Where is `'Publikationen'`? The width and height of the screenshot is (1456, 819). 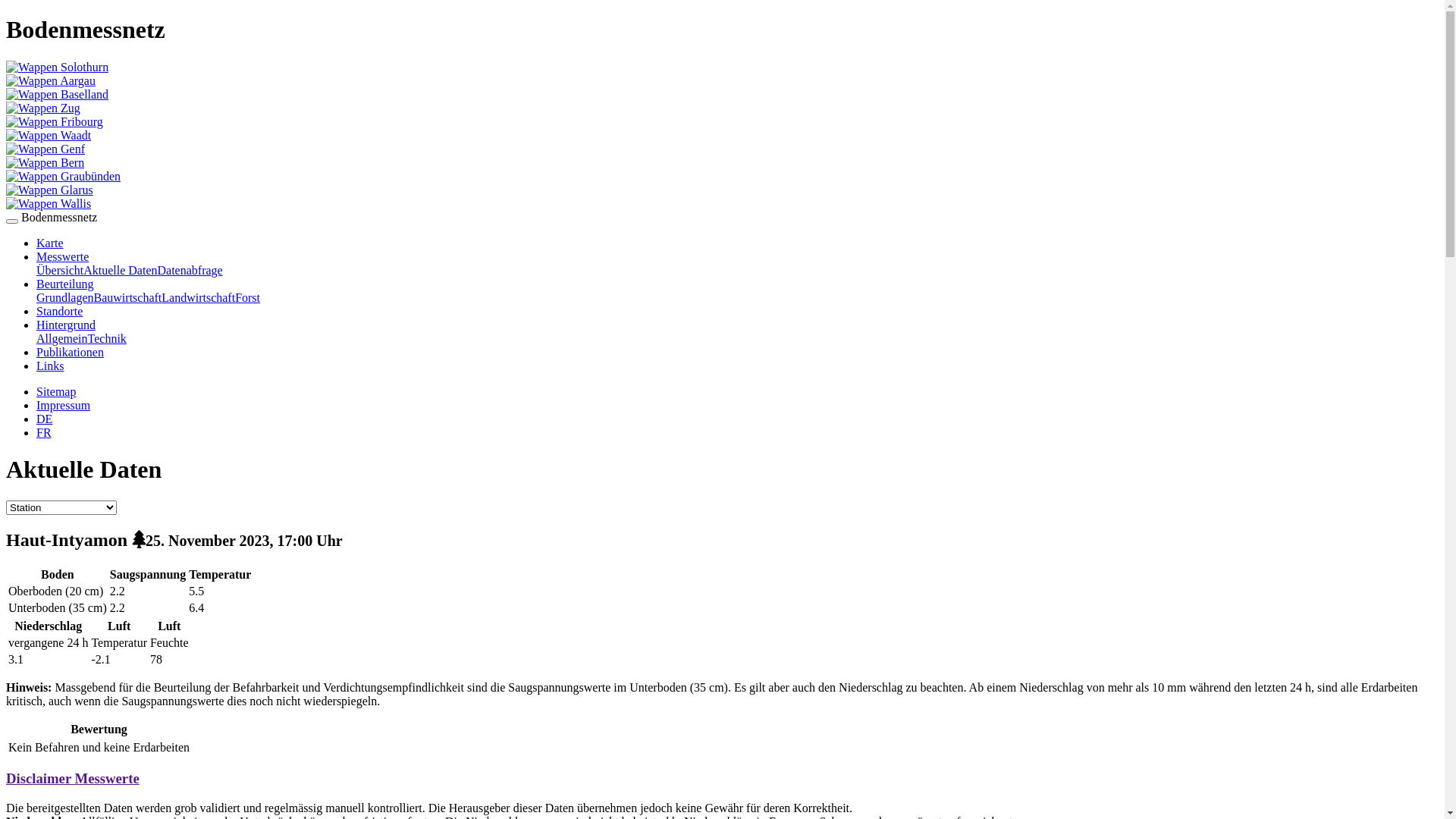 'Publikationen' is located at coordinates (36, 352).